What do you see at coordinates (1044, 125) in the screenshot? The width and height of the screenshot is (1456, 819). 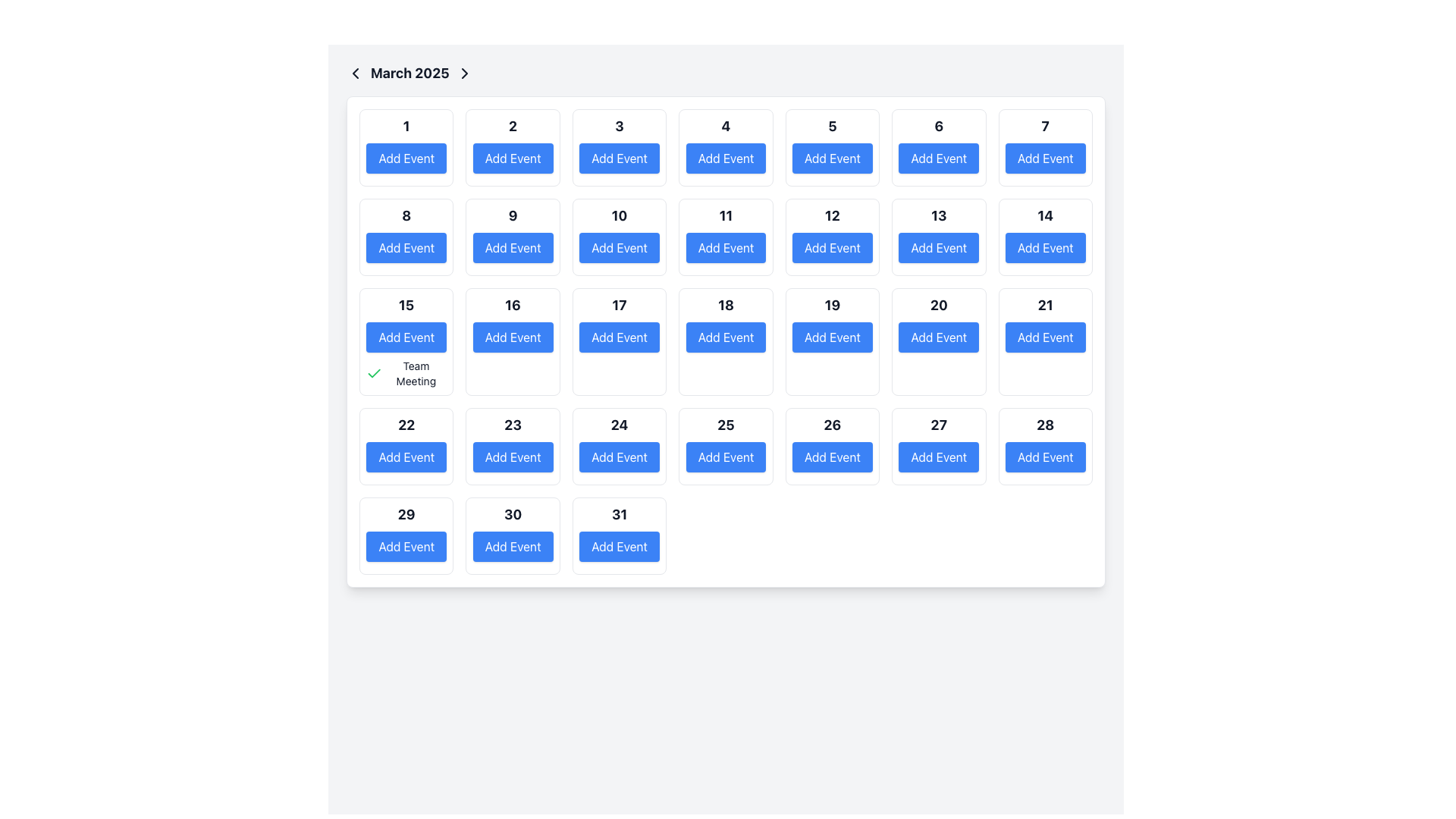 I see `text from the bold, large-sized number '7' located at the top-right card of the calendar grid, above the 'Add Event' button` at bounding box center [1044, 125].